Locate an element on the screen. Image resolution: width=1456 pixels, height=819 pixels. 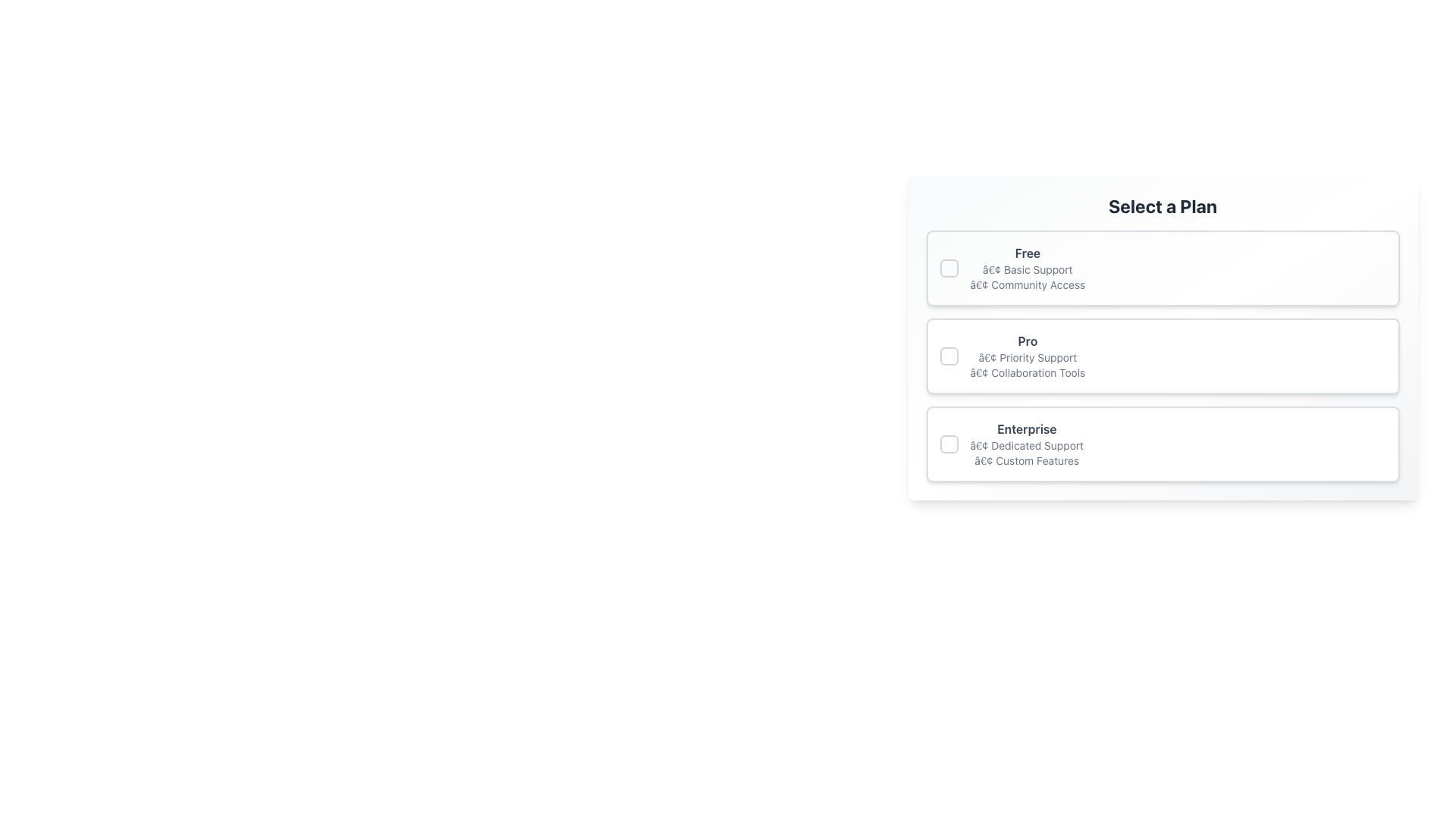
the text element displaying 'Enterprise' in bold gray font, located centrally in the bottom pricing option section above the features list is located at coordinates (1027, 429).